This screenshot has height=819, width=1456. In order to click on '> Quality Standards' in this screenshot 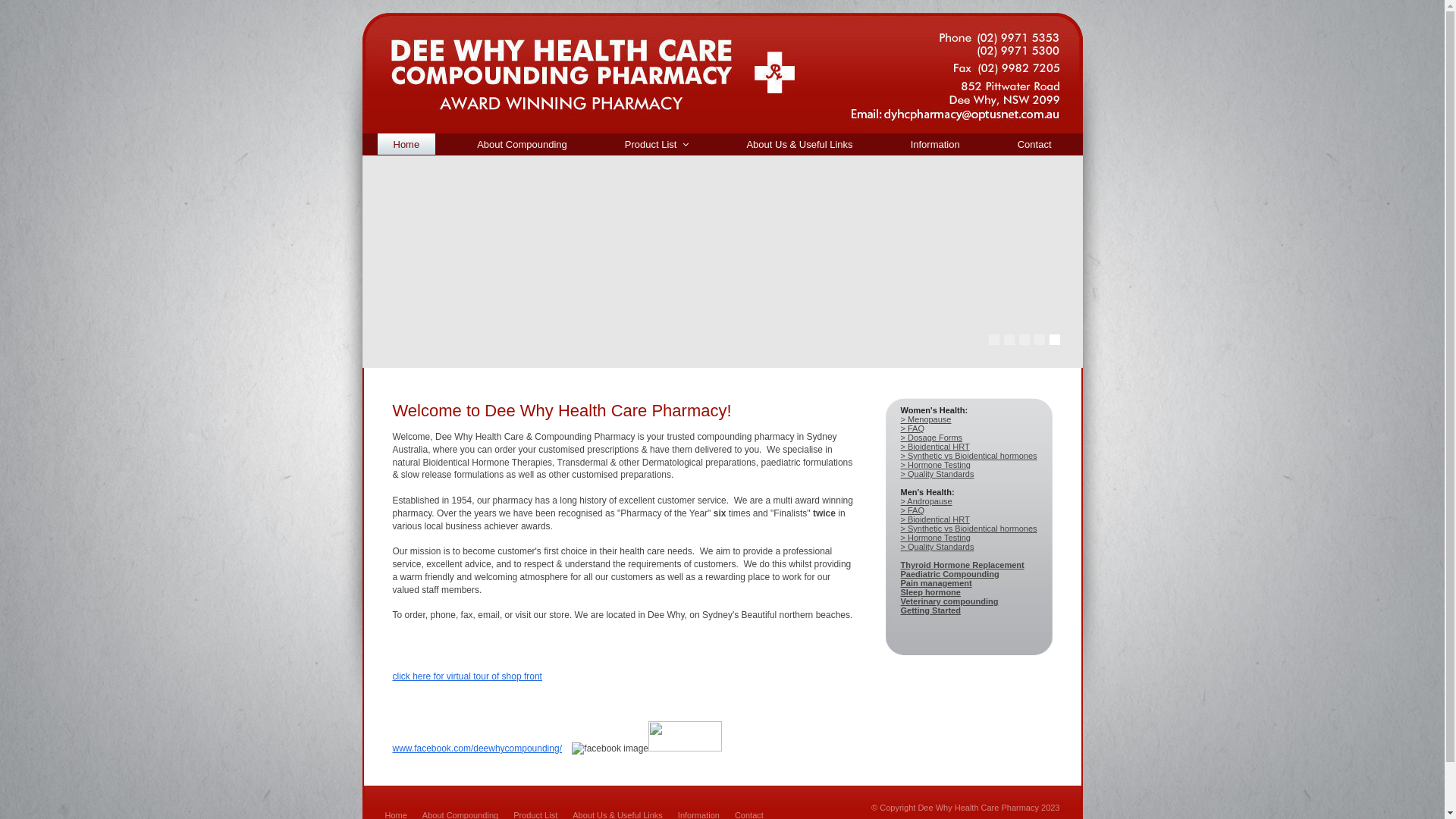, I will do `click(937, 547)`.